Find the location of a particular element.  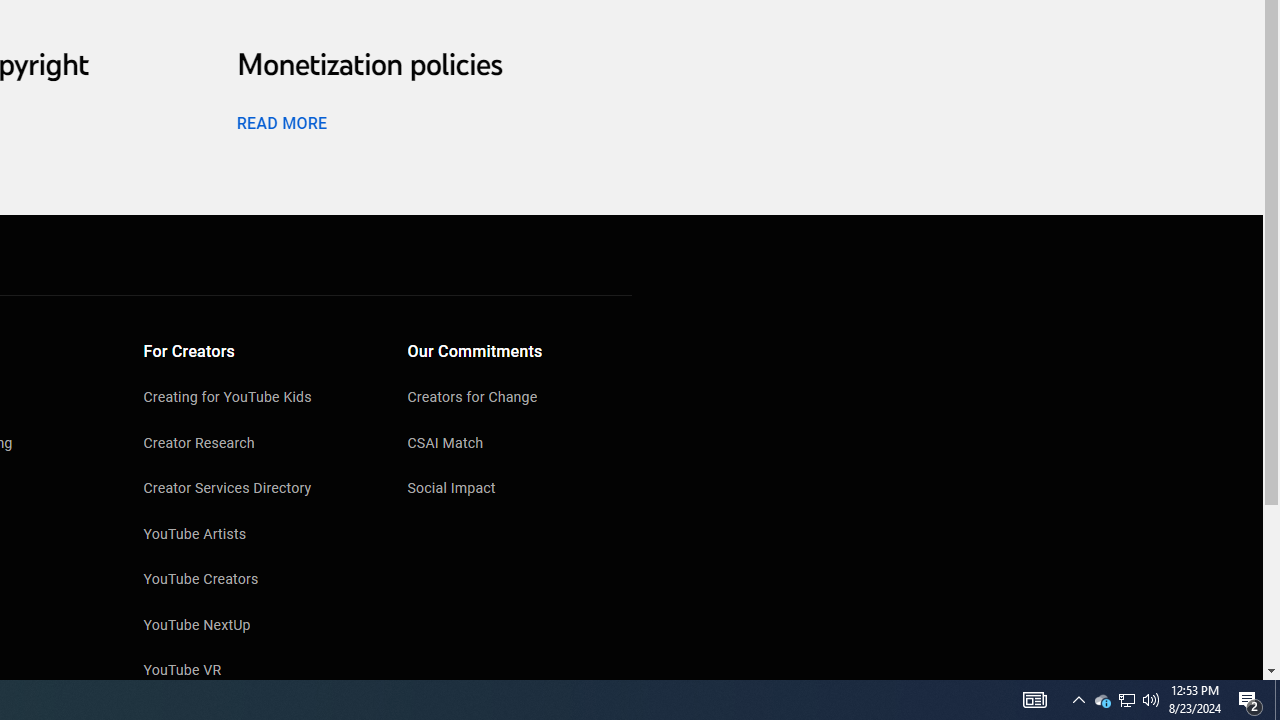

'CSAI Match' is located at coordinates (519, 443).